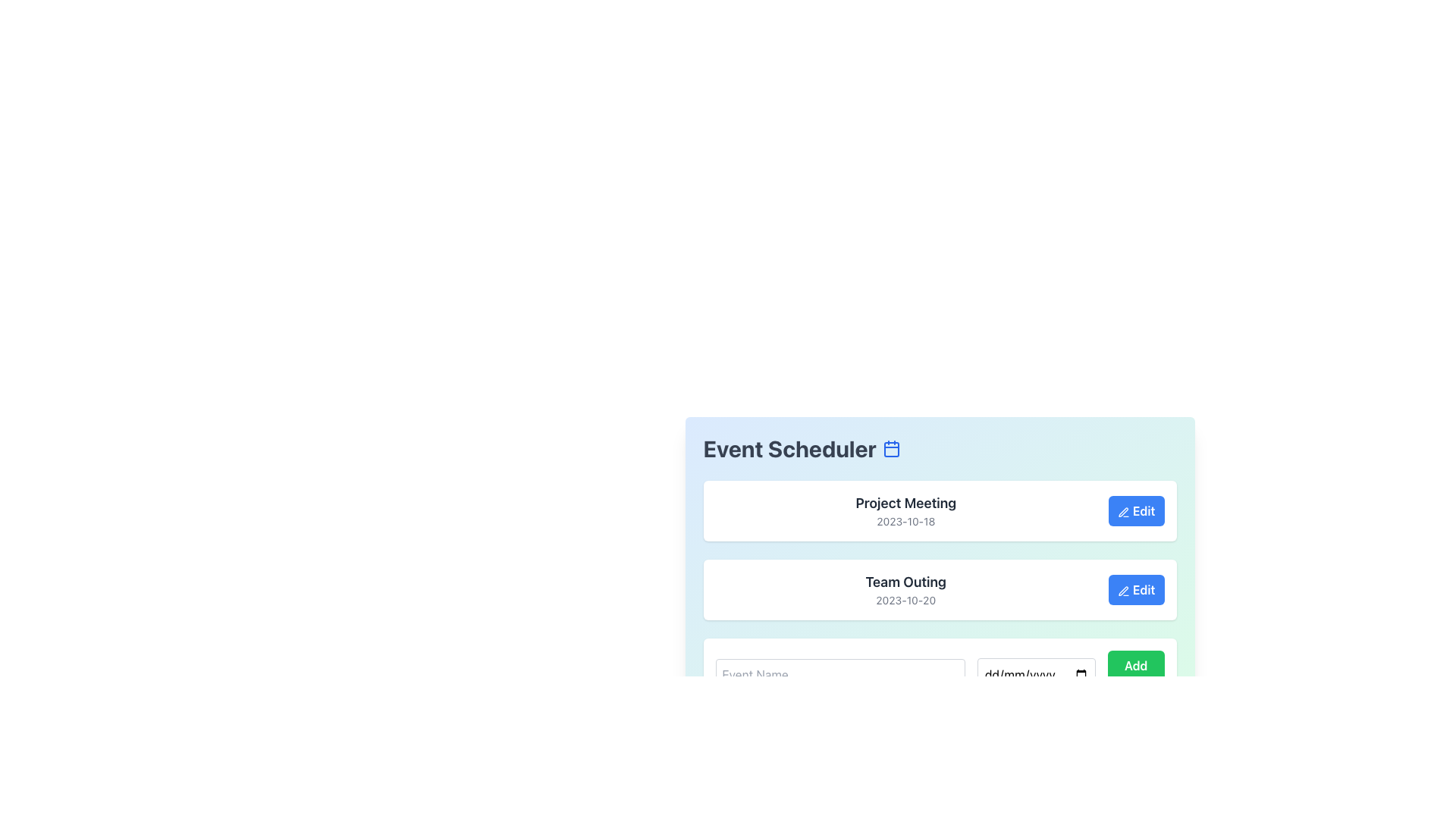 The height and width of the screenshot is (819, 1456). Describe the element at coordinates (905, 589) in the screenshot. I see `the static text element that displays 'Team Outing' in bold black font and '2023-10-20' in smaller gray font, which is part of the 'Event Scheduler' list` at that location.